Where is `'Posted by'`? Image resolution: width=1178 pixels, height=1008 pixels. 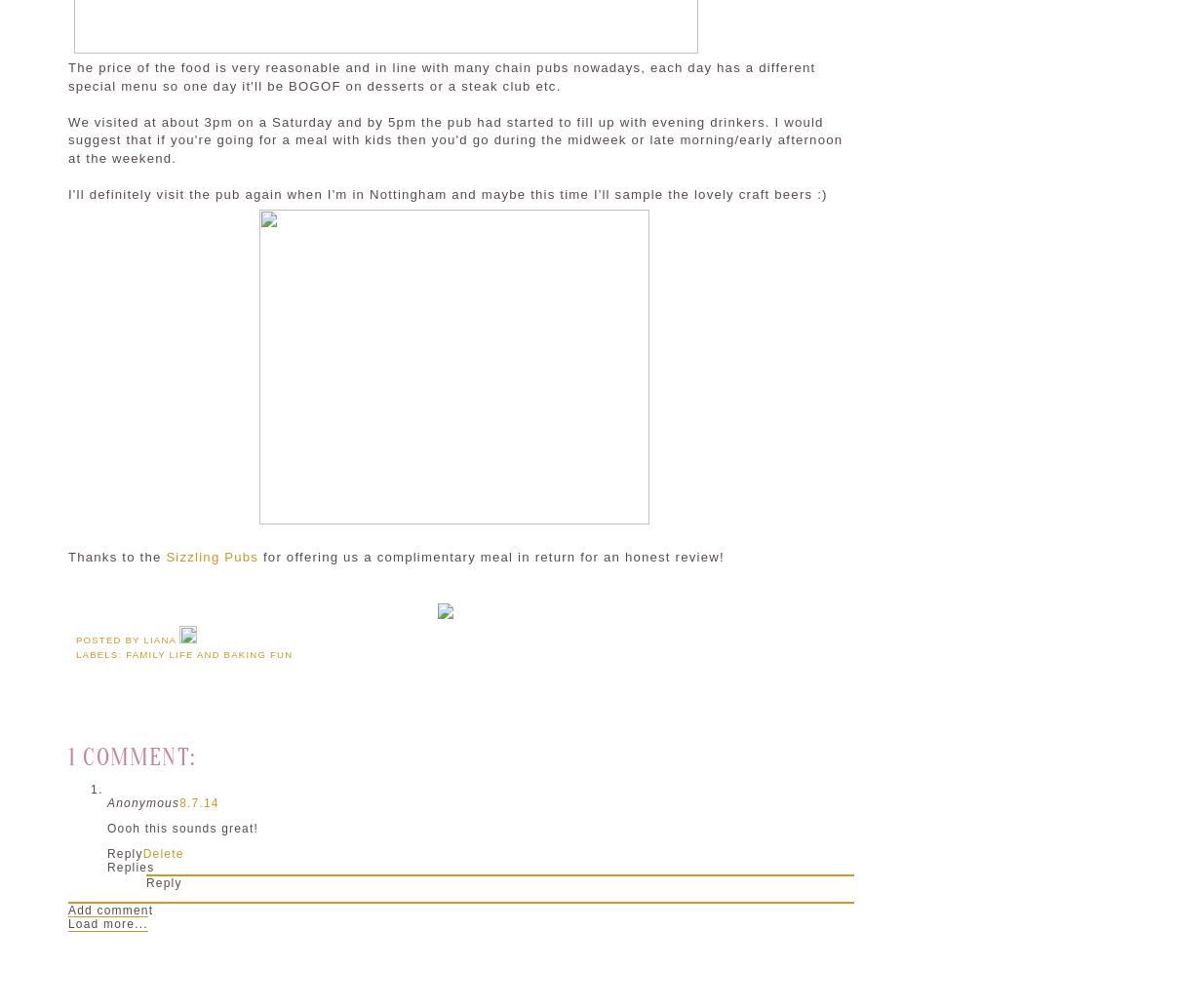 'Posted by' is located at coordinates (108, 639).